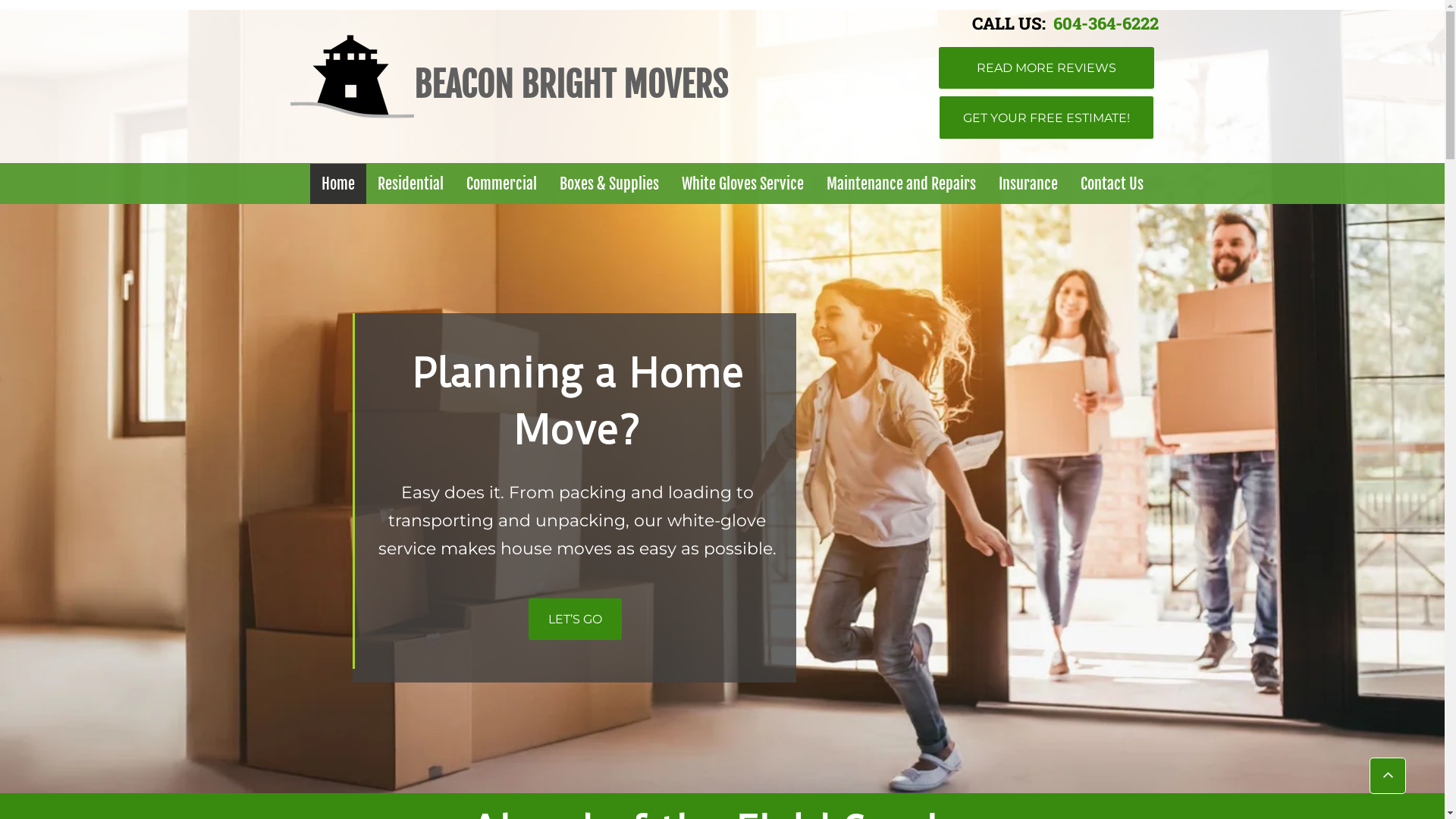 The height and width of the screenshot is (819, 1456). Describe the element at coordinates (337, 183) in the screenshot. I see `'Home'` at that location.